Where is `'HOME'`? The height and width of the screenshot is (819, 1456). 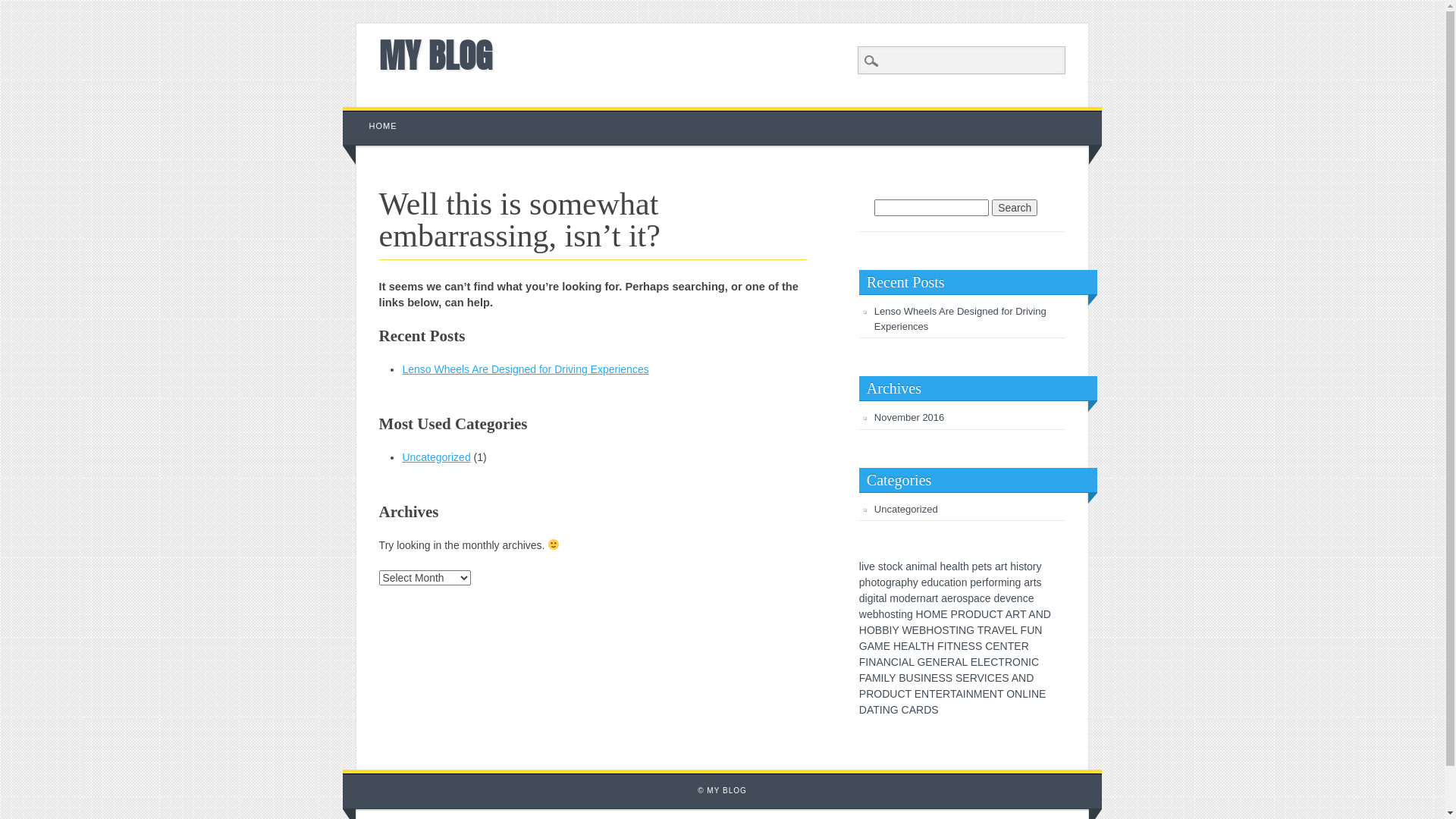
'HOME' is located at coordinates (383, 125).